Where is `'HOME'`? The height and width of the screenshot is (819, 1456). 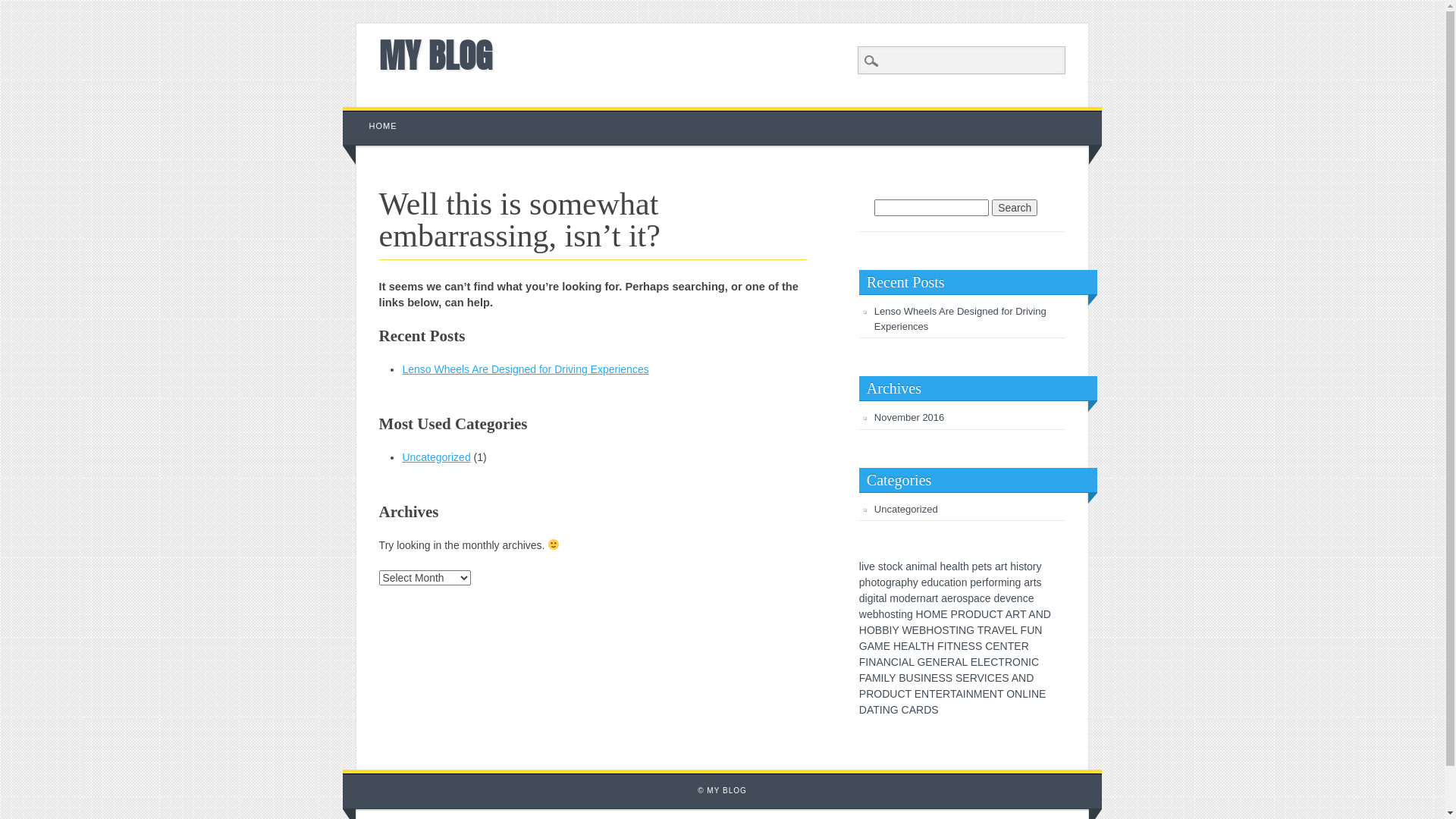
'HOME' is located at coordinates (383, 125).